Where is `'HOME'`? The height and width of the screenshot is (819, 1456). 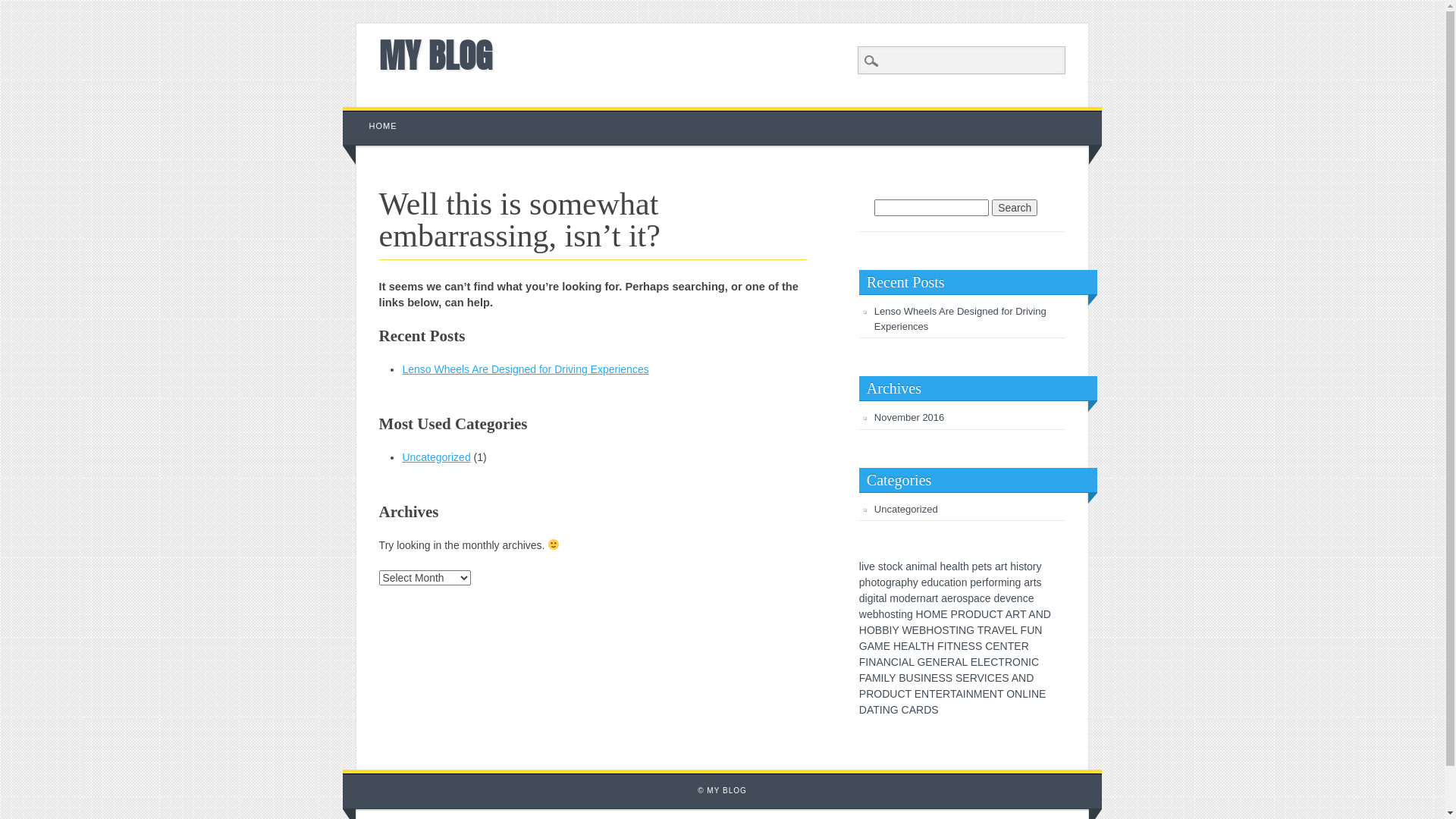
'HOME' is located at coordinates (383, 125).